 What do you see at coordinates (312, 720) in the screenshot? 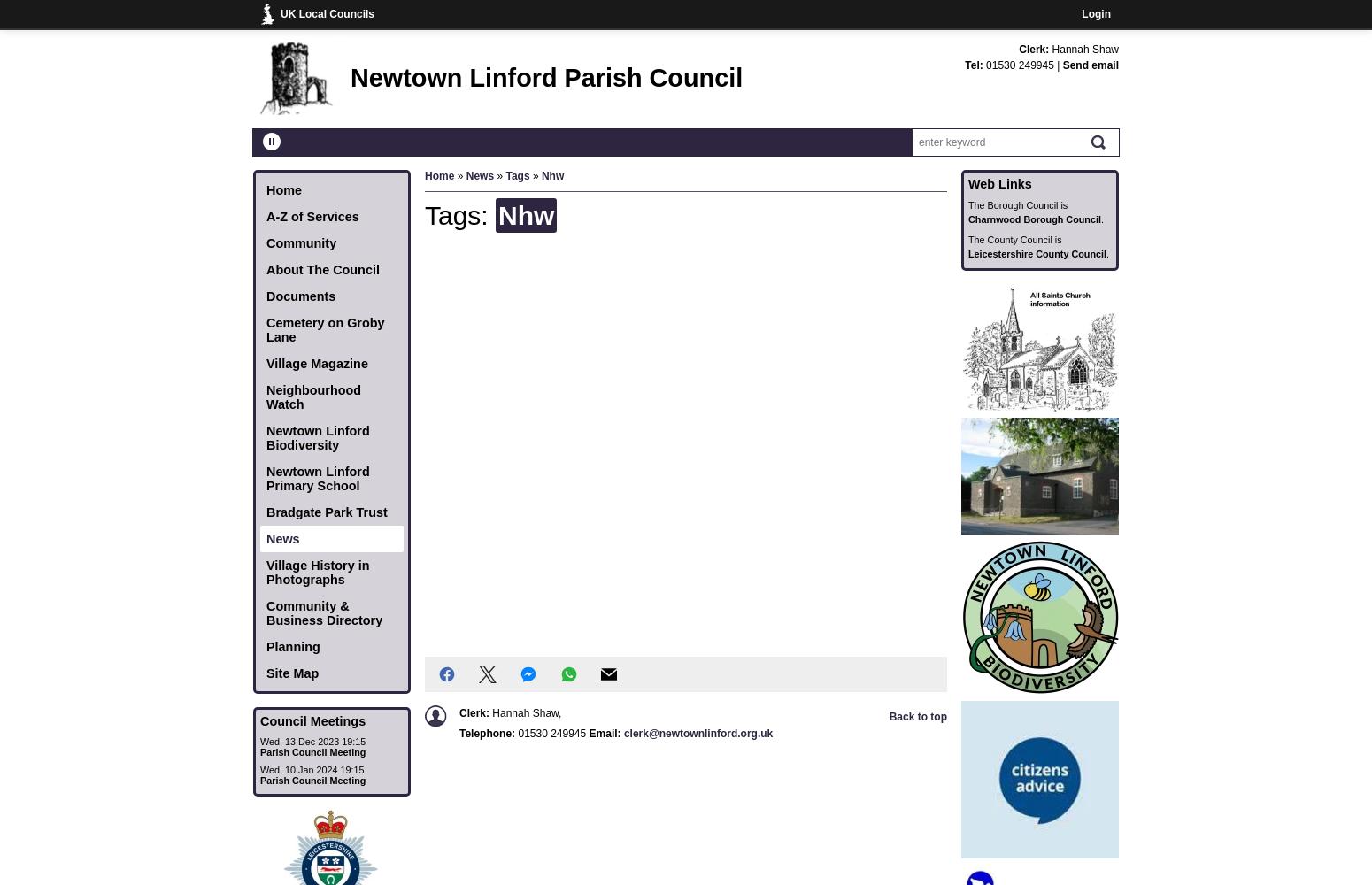
I see `'Council Meetings'` at bounding box center [312, 720].